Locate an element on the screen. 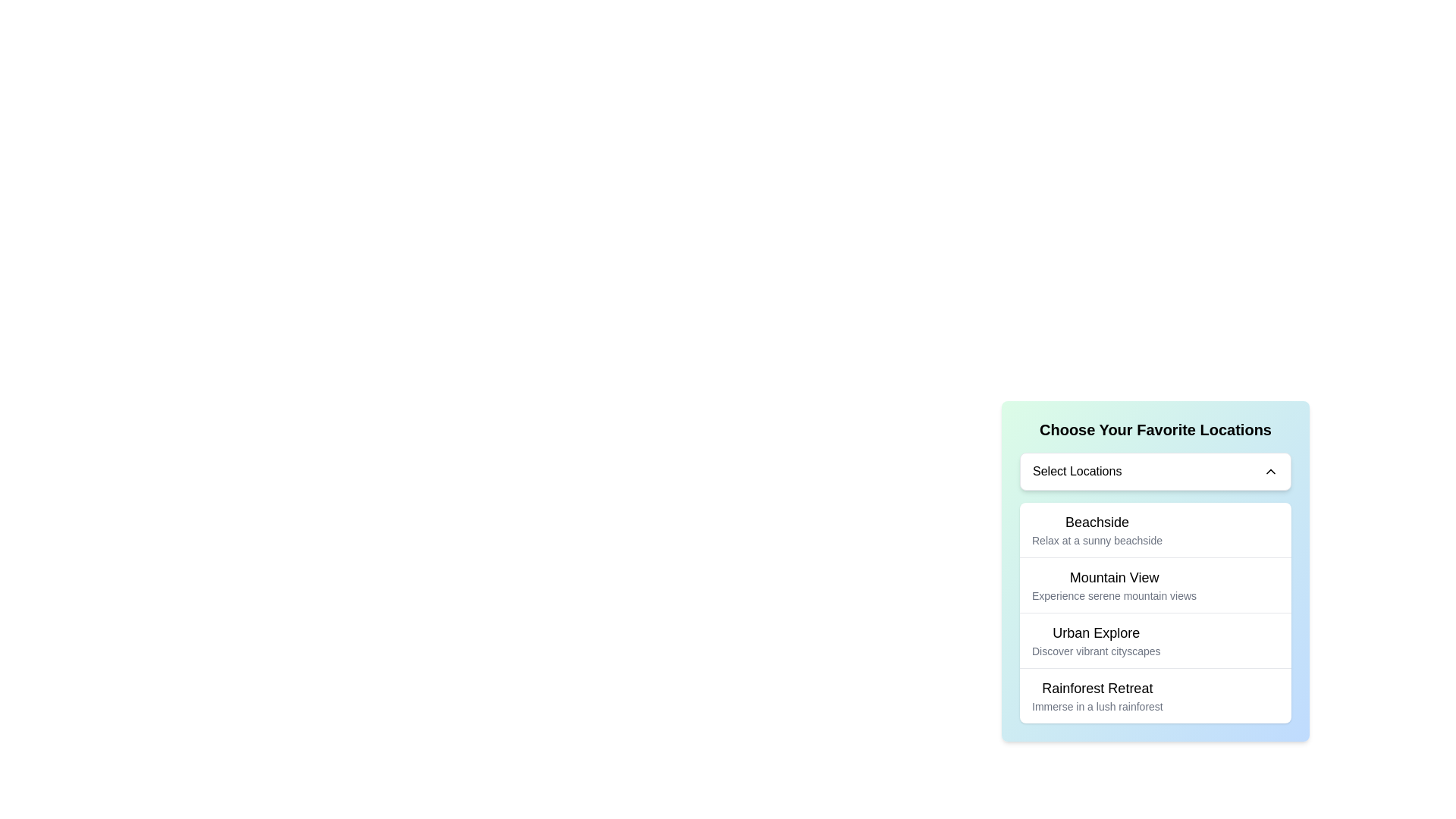 This screenshot has height=819, width=1456. the text 'Rainforest Retreat' is located at coordinates (1097, 688).